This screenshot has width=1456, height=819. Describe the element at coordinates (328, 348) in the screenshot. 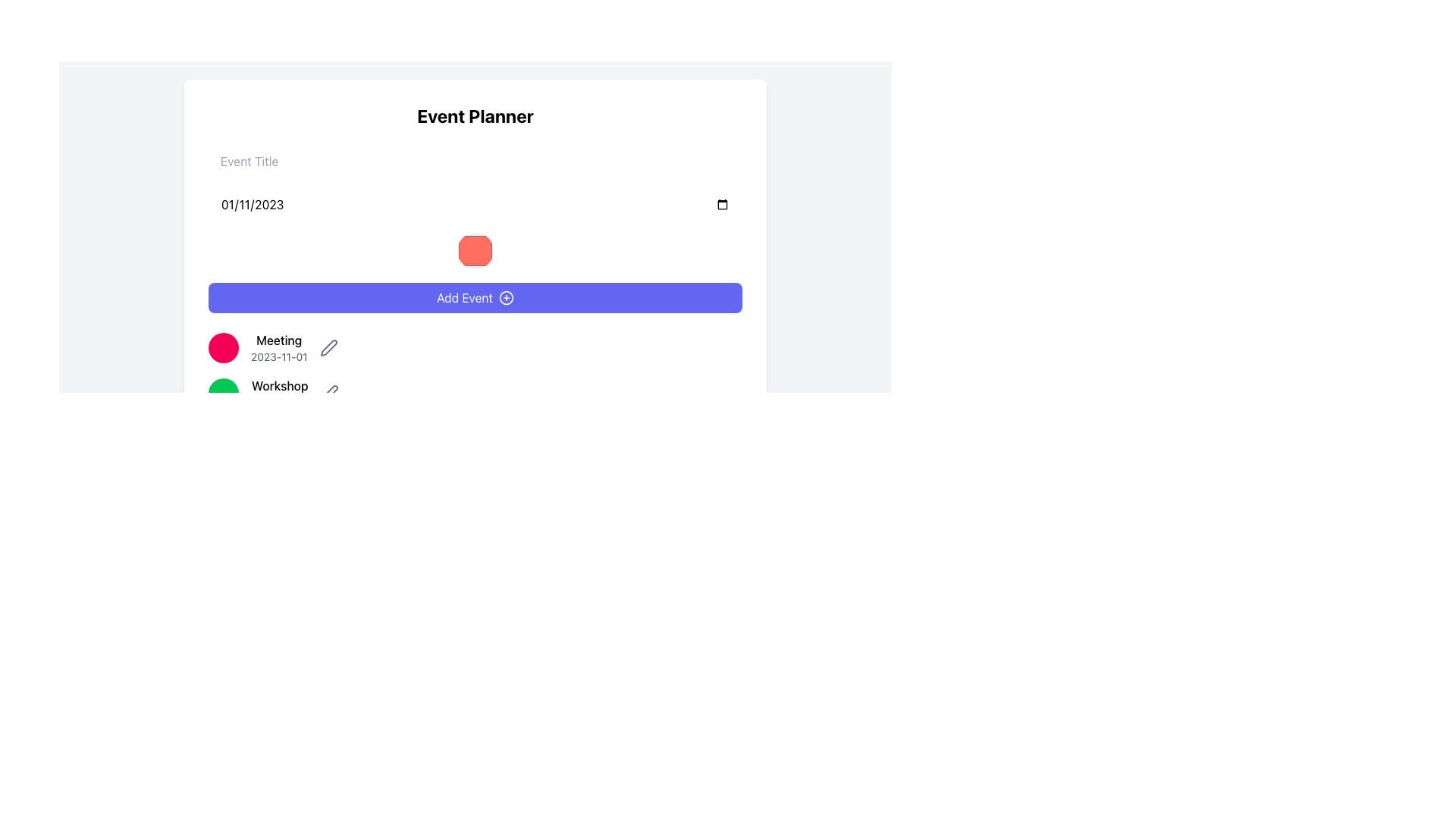

I see `the edit icon, which resembles a pen and is located to the right of the 'Meeting 2023-11-01' label` at that location.